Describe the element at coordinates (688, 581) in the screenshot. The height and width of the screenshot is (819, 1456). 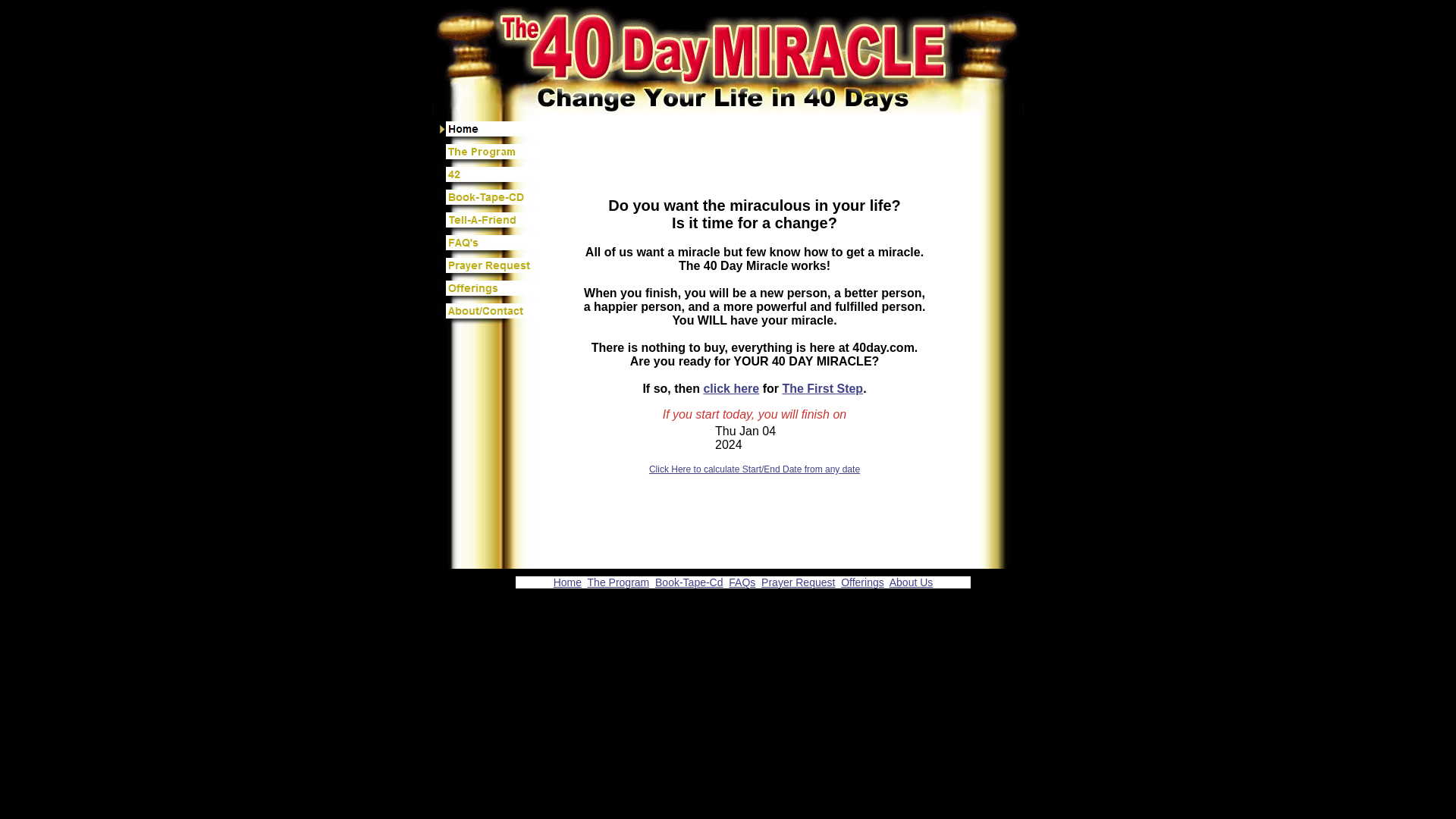
I see `'Book-Tape-Cd'` at that location.